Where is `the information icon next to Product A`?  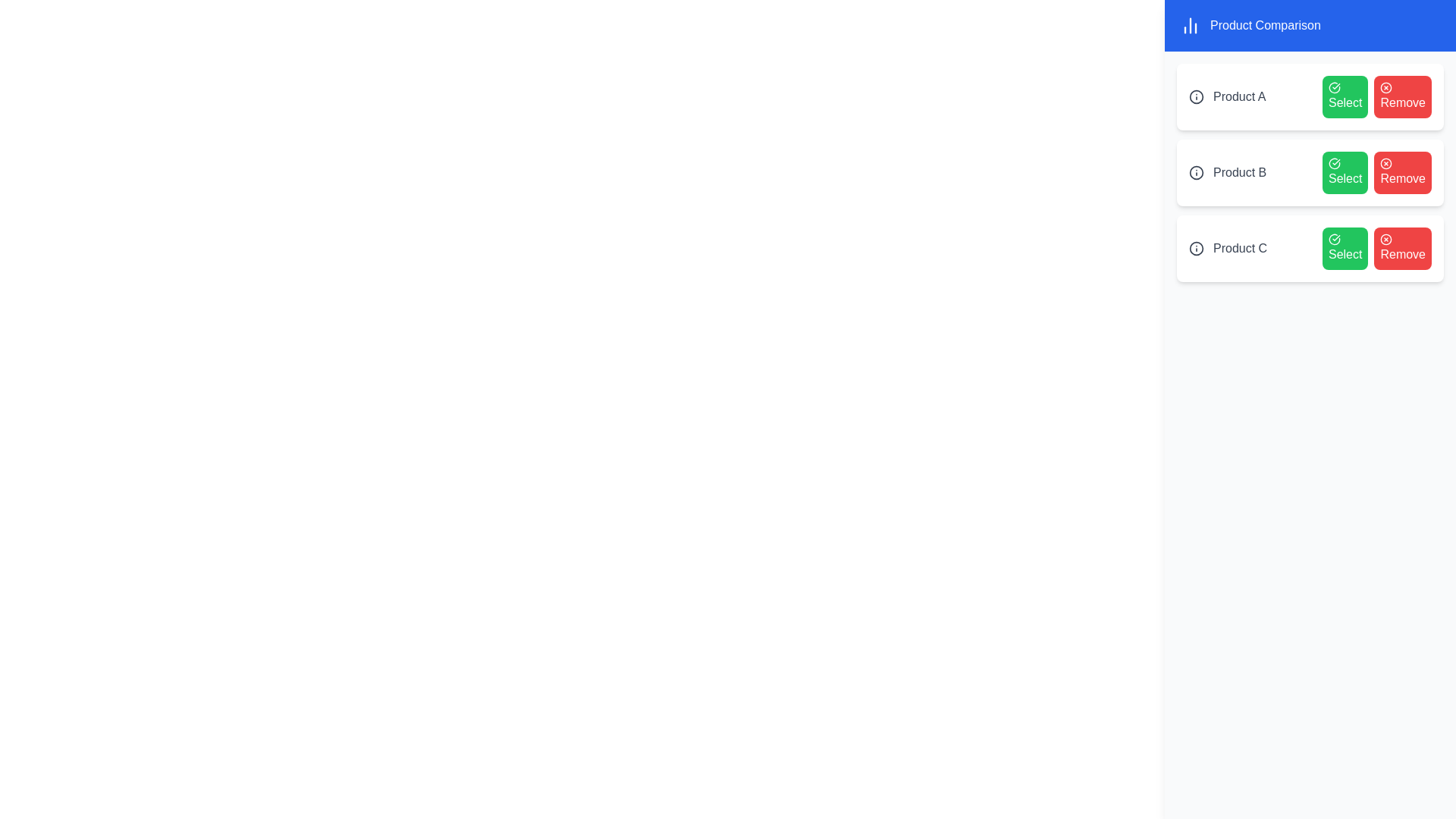
the information icon next to Product A is located at coordinates (1196, 96).